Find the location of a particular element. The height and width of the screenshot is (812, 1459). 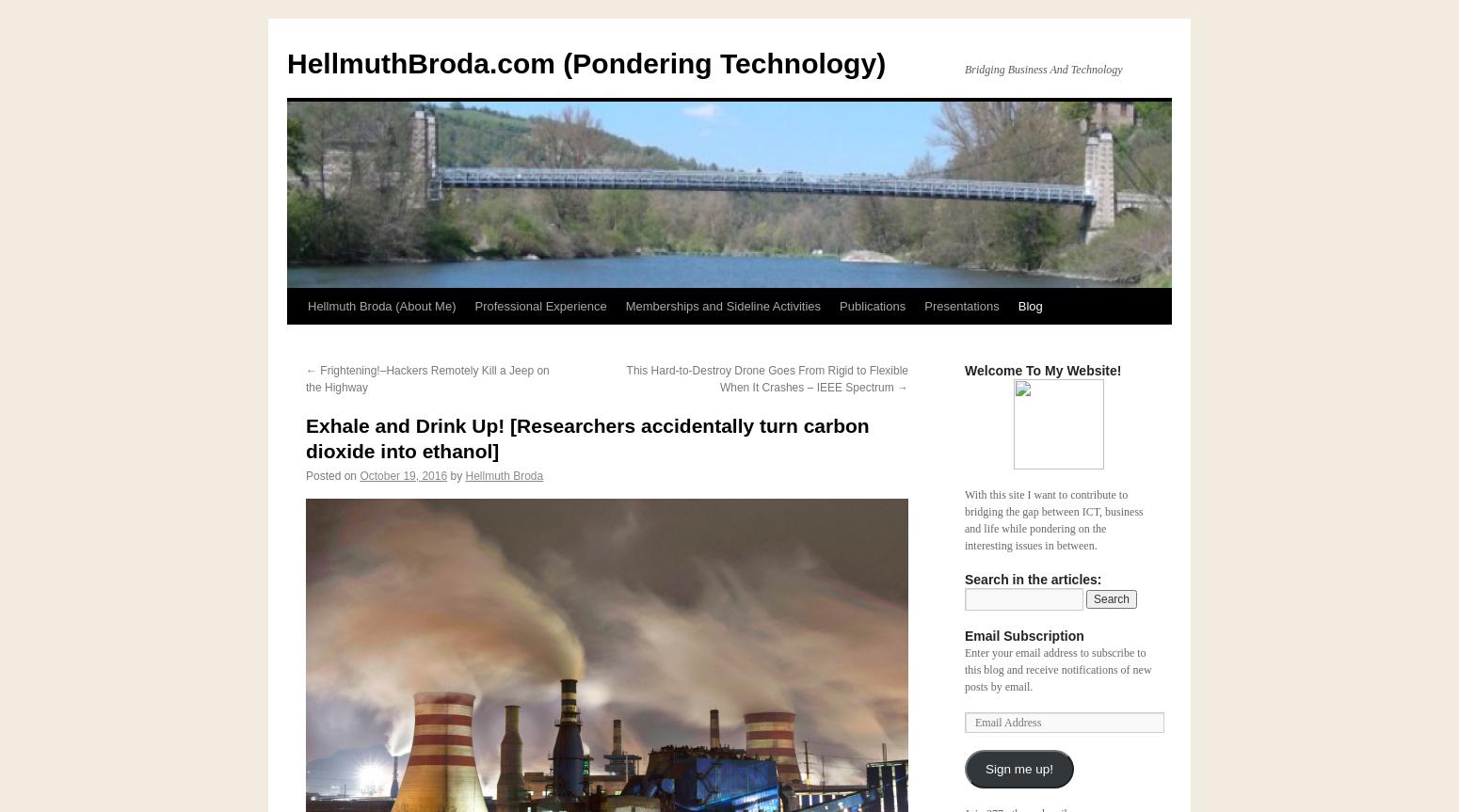

'by' is located at coordinates (455, 474).